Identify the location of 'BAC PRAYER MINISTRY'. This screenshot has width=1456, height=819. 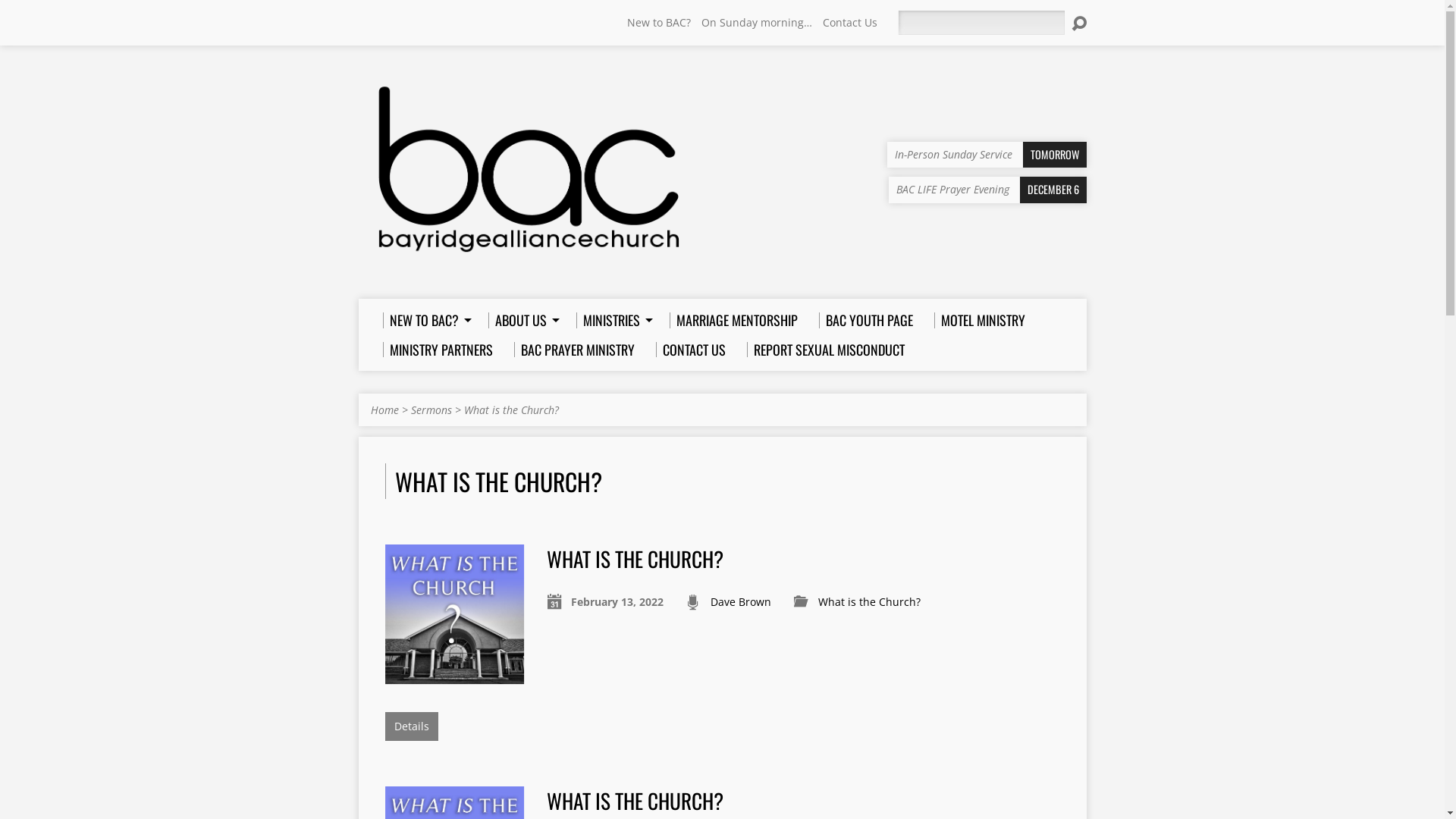
(513, 350).